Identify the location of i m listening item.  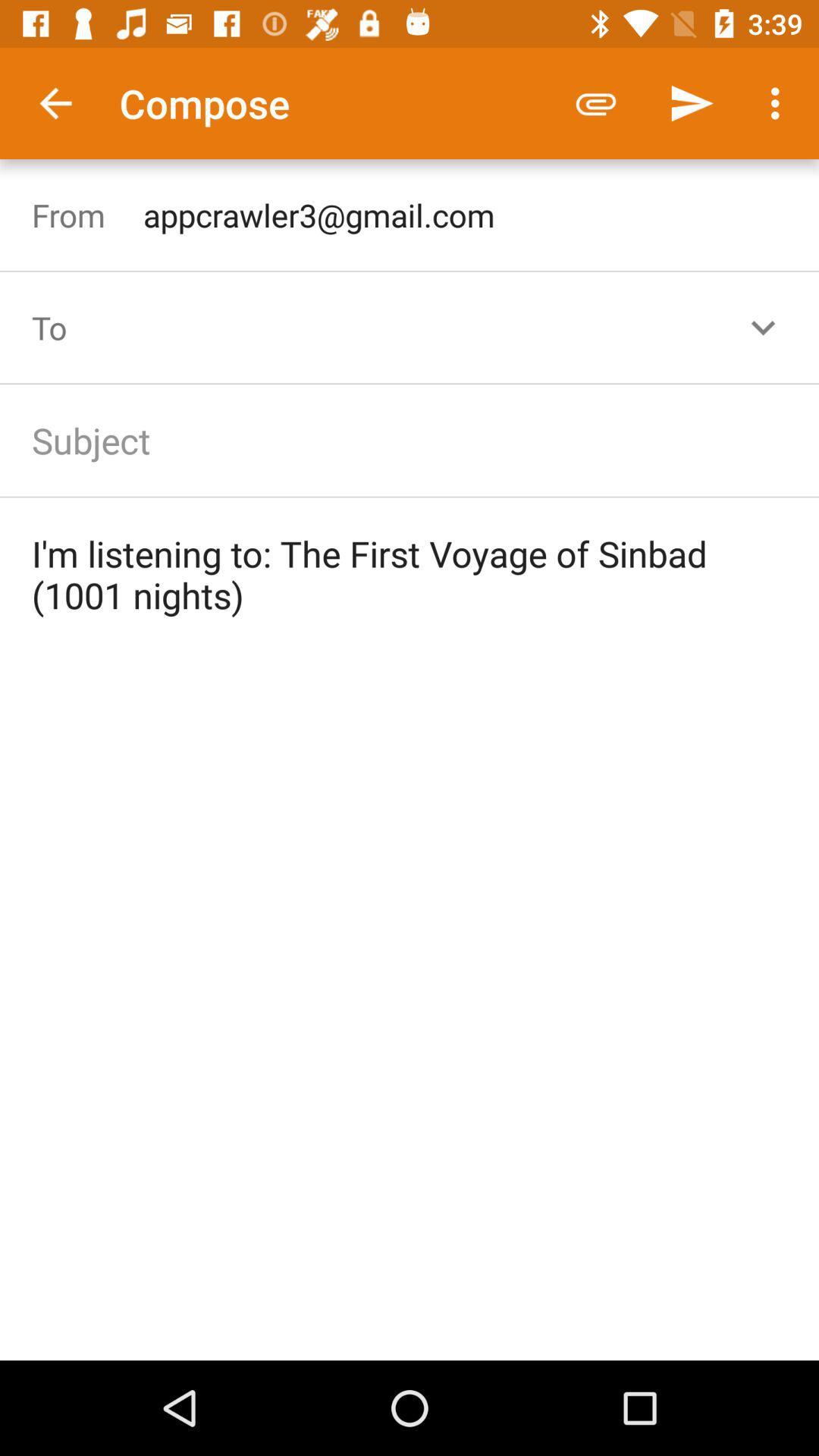
(409, 573).